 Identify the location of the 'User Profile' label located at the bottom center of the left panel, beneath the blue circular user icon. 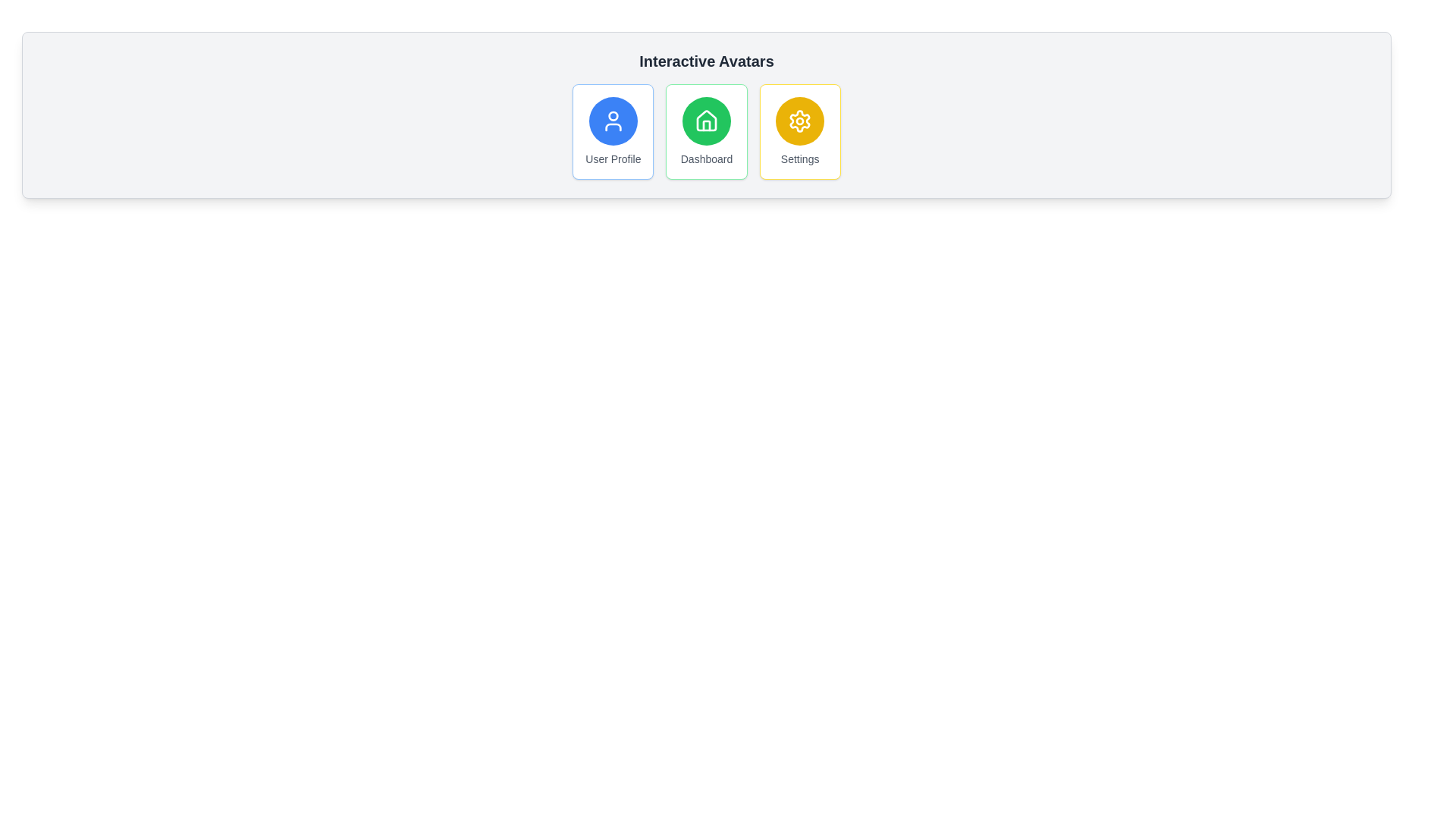
(613, 158).